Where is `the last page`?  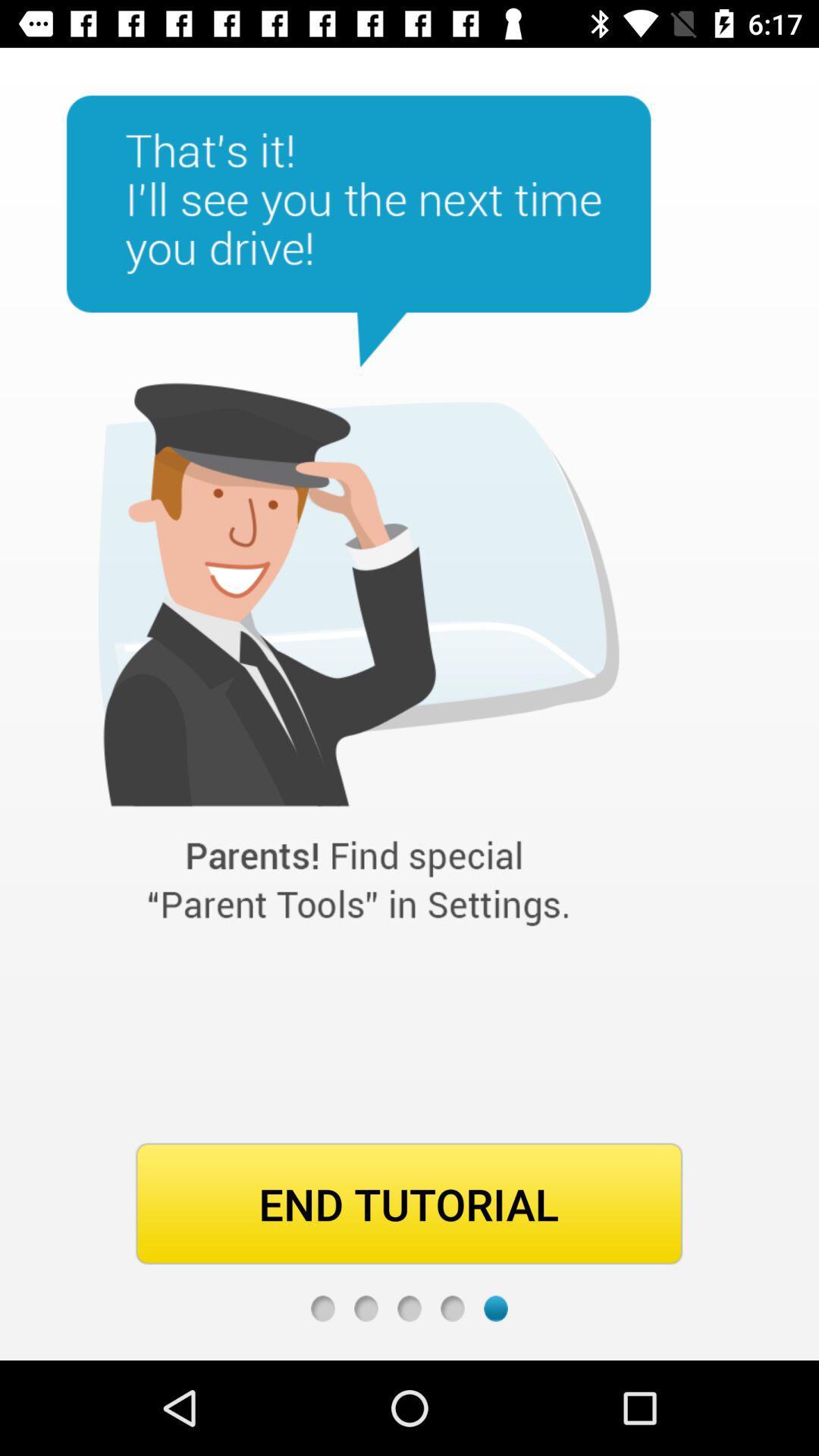
the last page is located at coordinates (496, 1307).